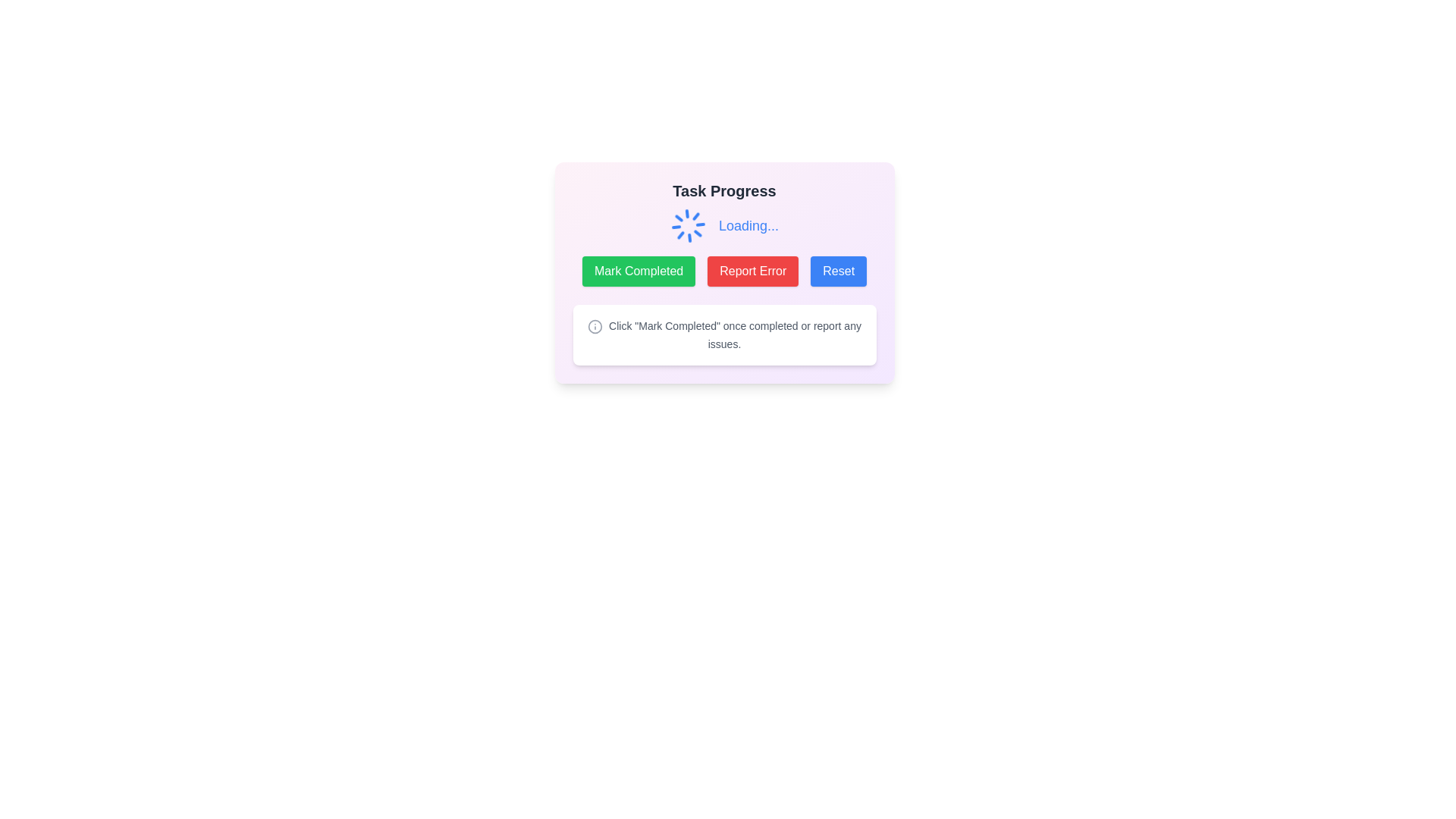  What do you see at coordinates (753, 271) in the screenshot?
I see `the report issue button using keyboard navigation` at bounding box center [753, 271].